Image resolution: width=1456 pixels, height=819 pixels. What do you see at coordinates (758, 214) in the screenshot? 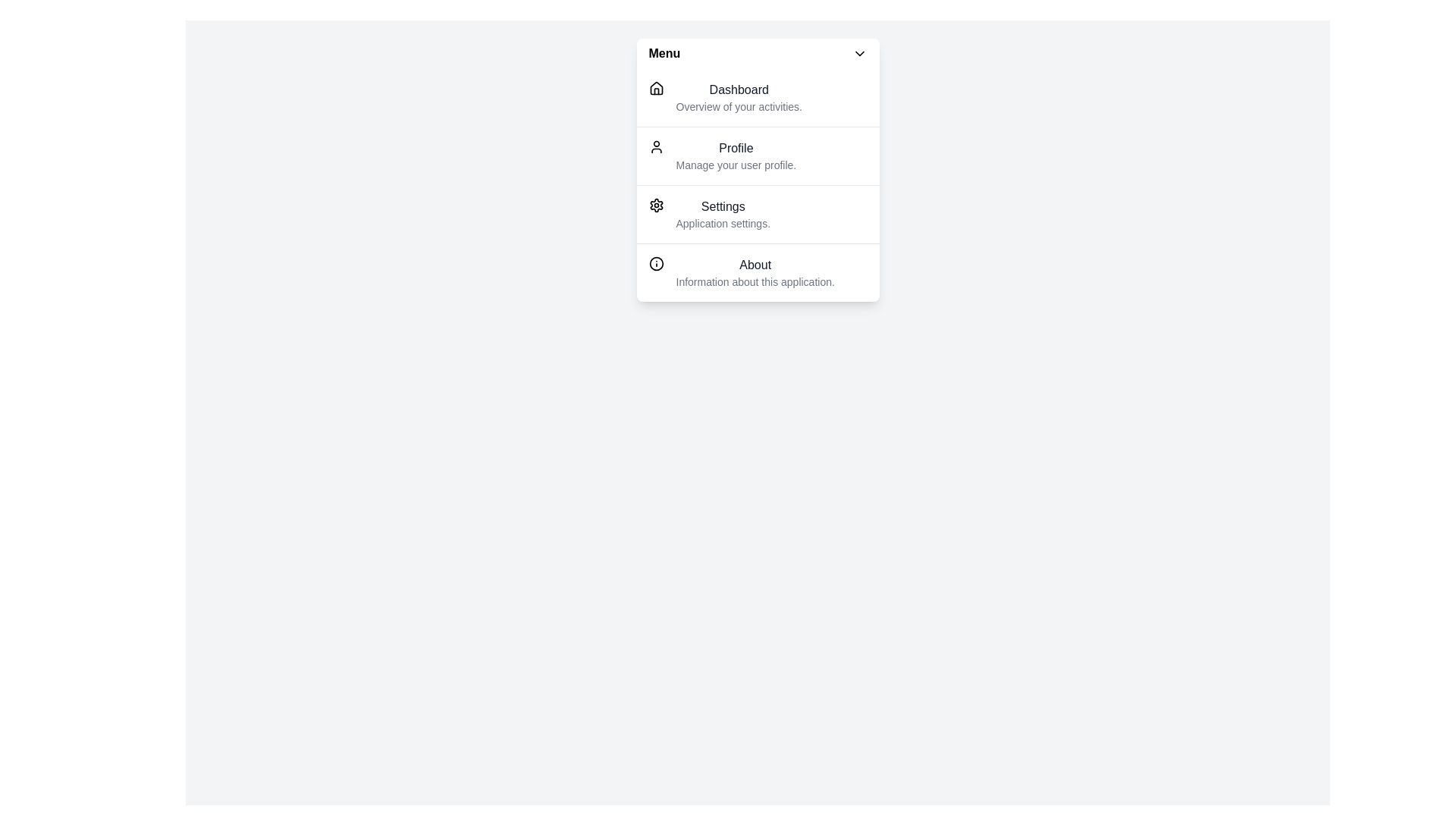
I see `the menu item Settings to see visual feedback` at bounding box center [758, 214].